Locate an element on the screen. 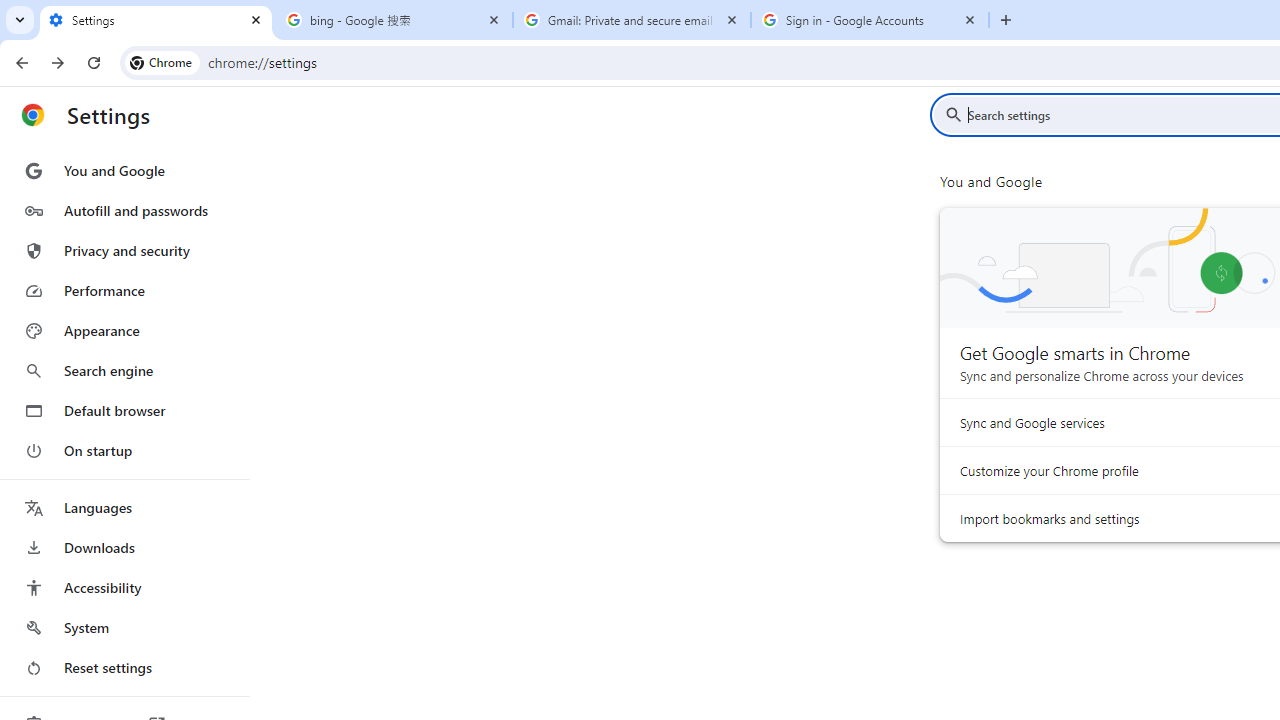  'Appearance' is located at coordinates (123, 330).